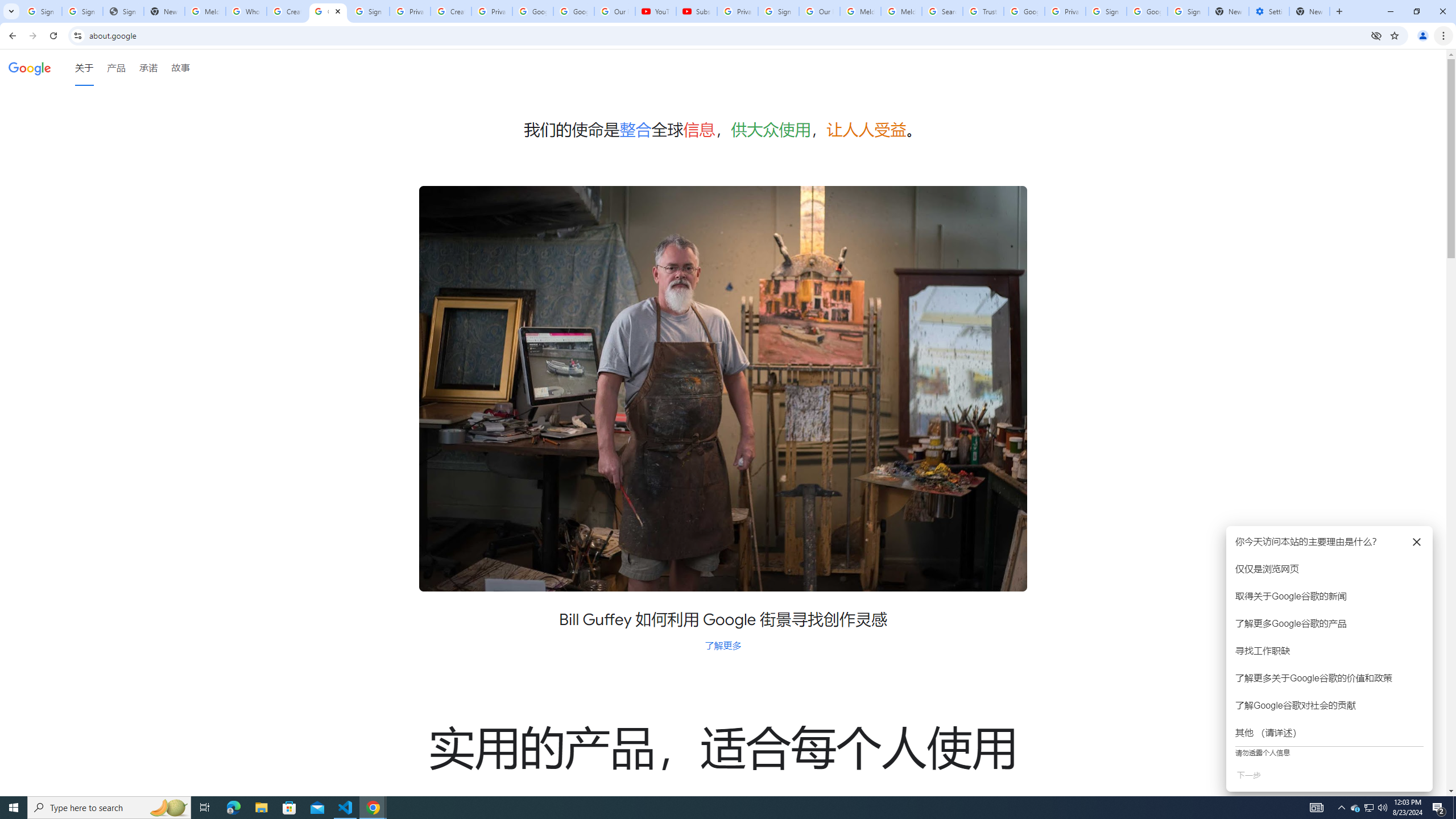 This screenshot has width=1456, height=819. What do you see at coordinates (1268, 11) in the screenshot?
I see `'Settings - Addresses and more'` at bounding box center [1268, 11].